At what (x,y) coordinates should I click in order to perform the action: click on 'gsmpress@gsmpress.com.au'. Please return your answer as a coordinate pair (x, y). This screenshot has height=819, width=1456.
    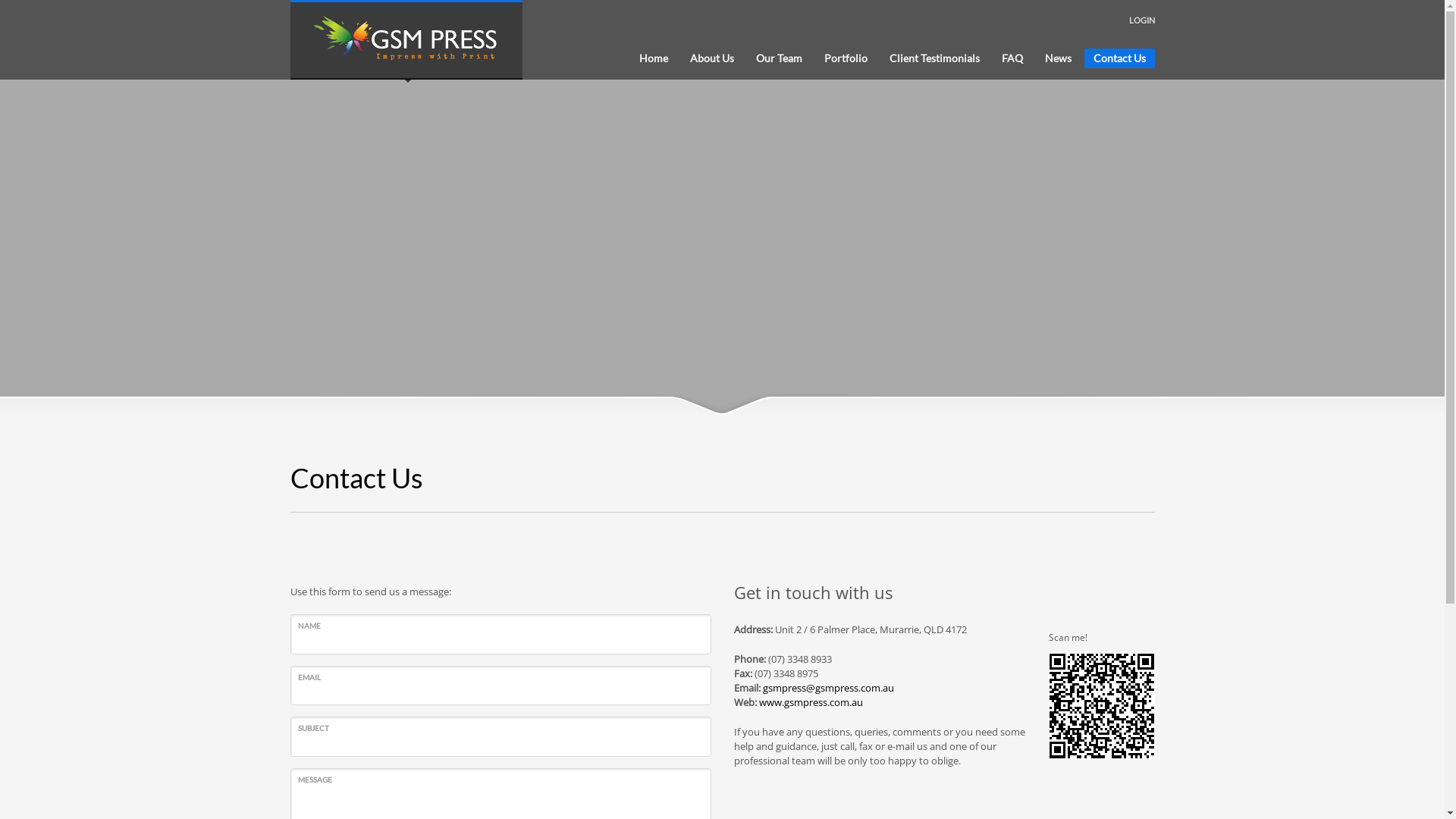
    Looking at the image, I should click on (827, 687).